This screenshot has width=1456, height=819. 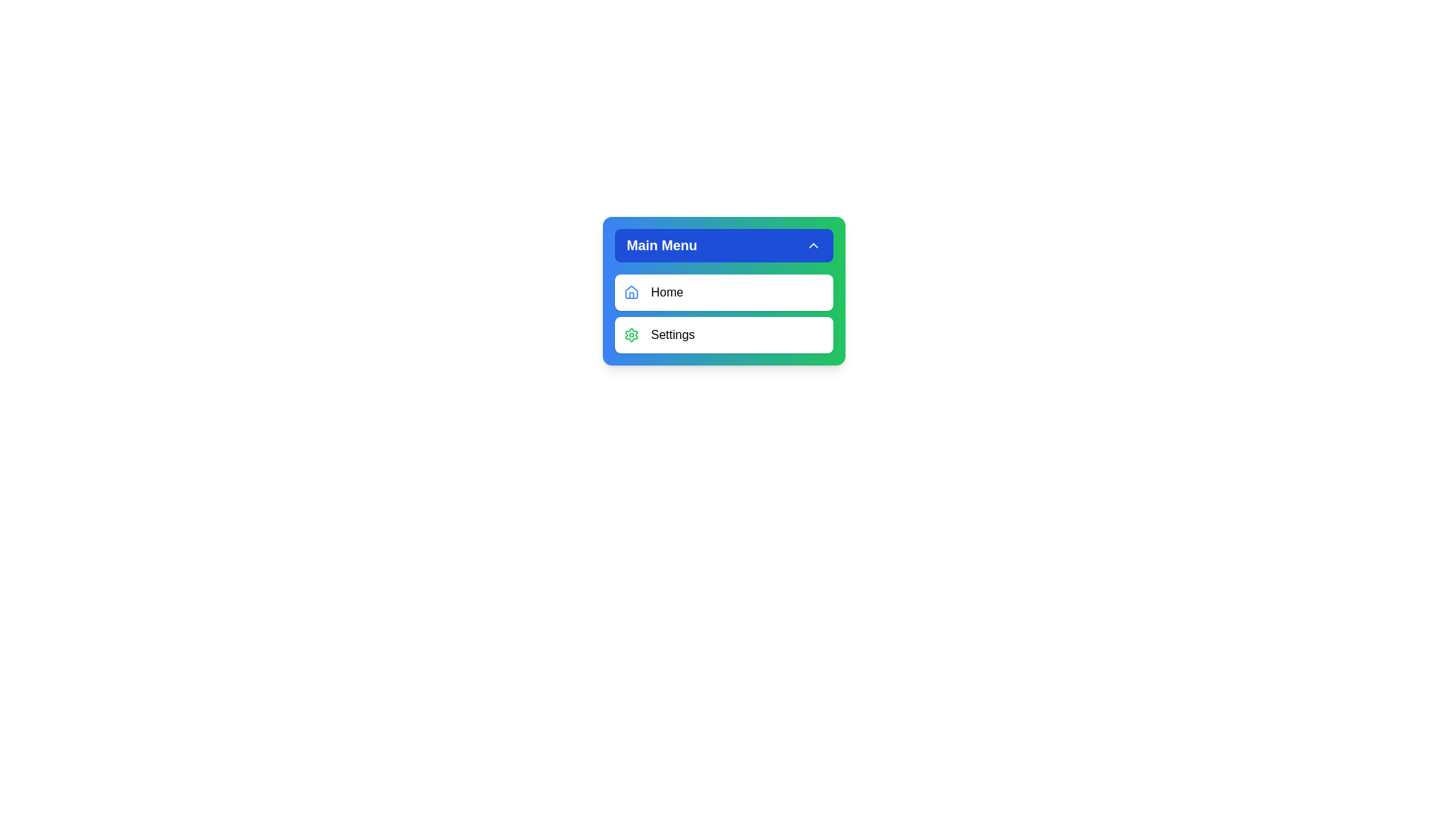 What do you see at coordinates (723, 245) in the screenshot?
I see `the Dropdown button located at the top center of the menu` at bounding box center [723, 245].